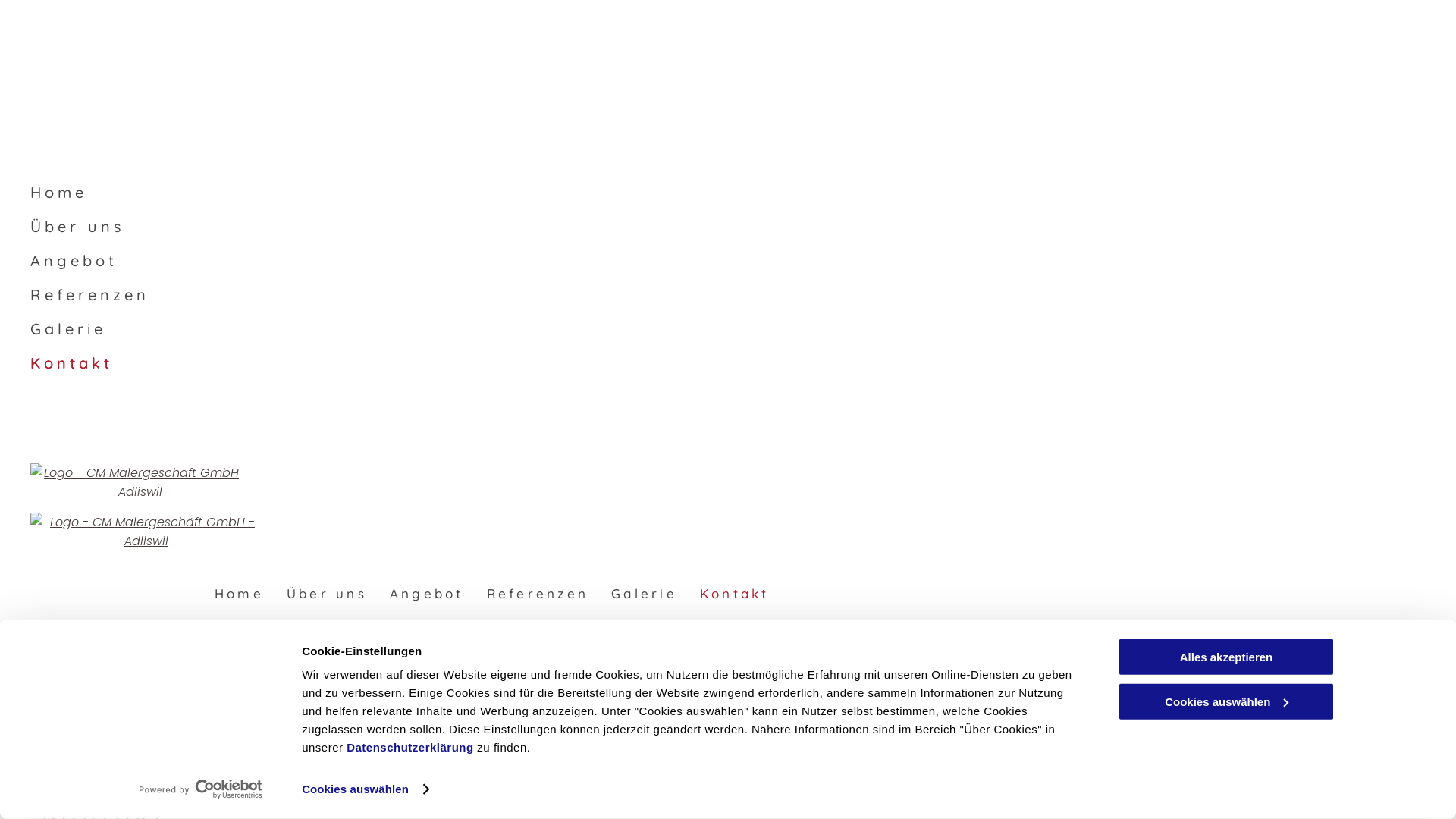  I want to click on 'Home', so click(238, 592).